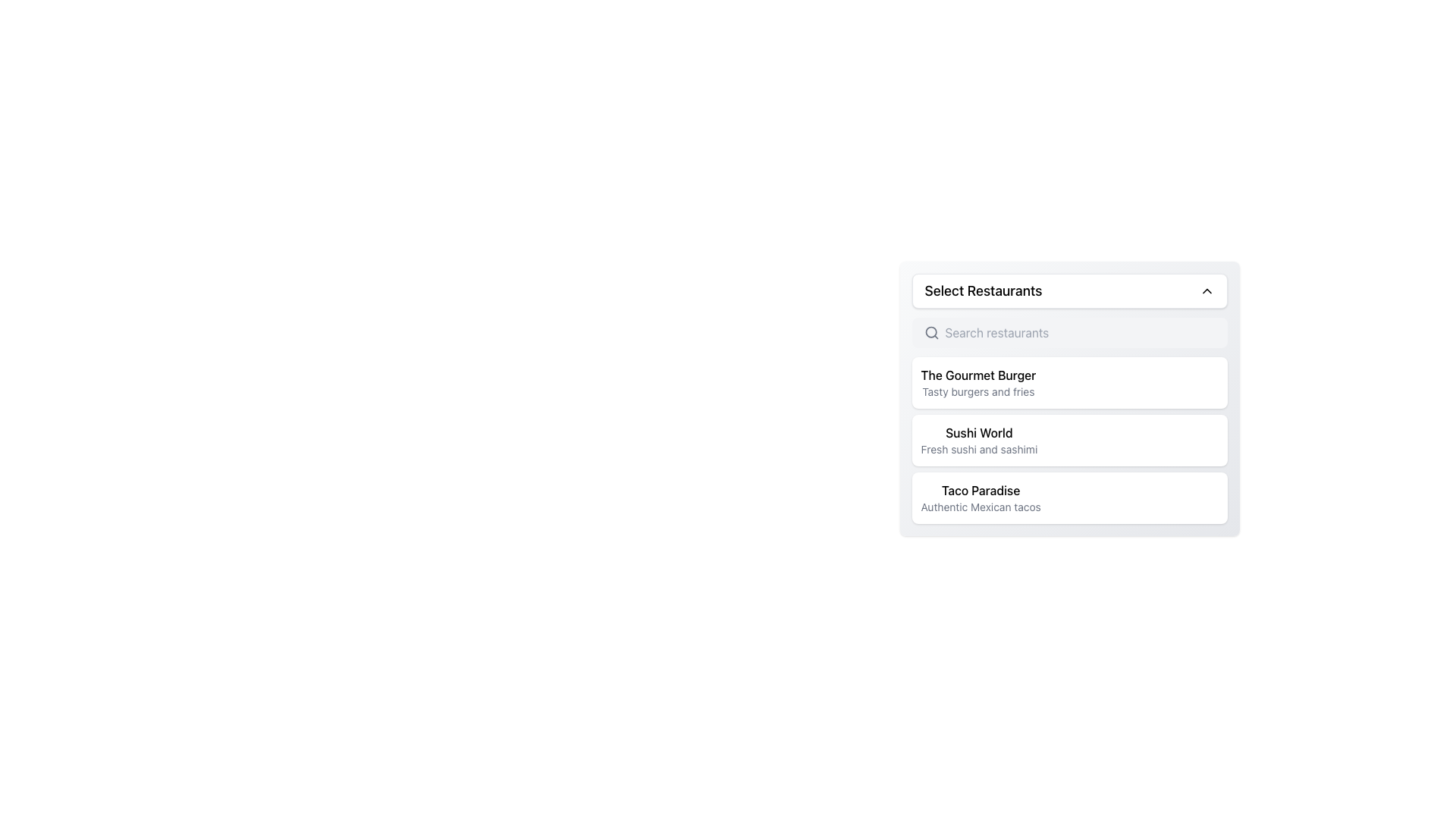 The height and width of the screenshot is (819, 1456). Describe the element at coordinates (979, 449) in the screenshot. I see `the text label displaying 'Fresh sushi and sashimi' located directly underneath the title 'Sushi World' in the 'Select Restaurants' section` at that location.